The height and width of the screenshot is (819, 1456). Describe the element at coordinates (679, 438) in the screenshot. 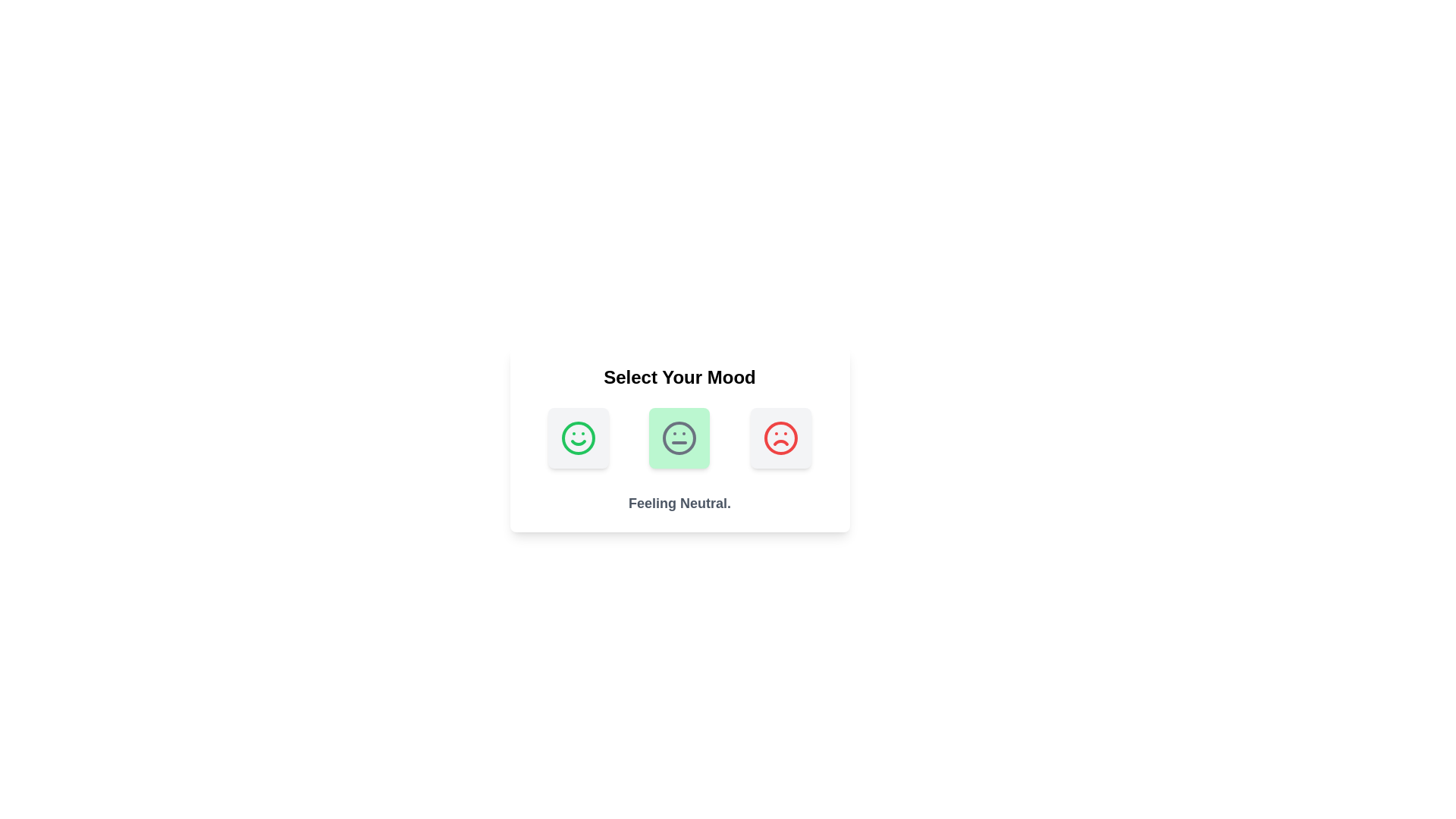

I see `the neutral face icon, which is the second button in a horizontally aligned grid of three mood icons` at that location.